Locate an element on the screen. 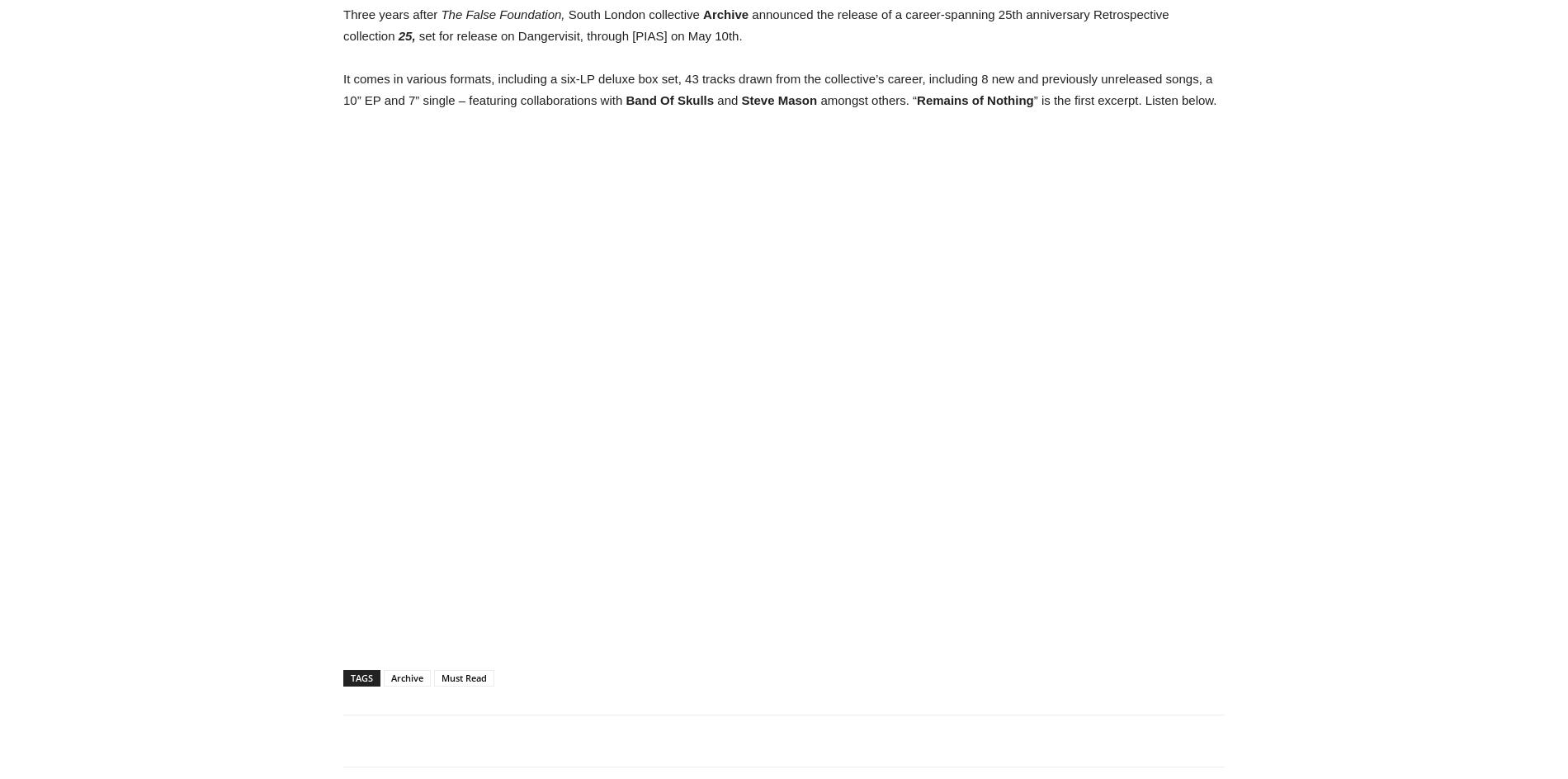 The image size is (1568, 779). '25,' is located at coordinates (398, 35).